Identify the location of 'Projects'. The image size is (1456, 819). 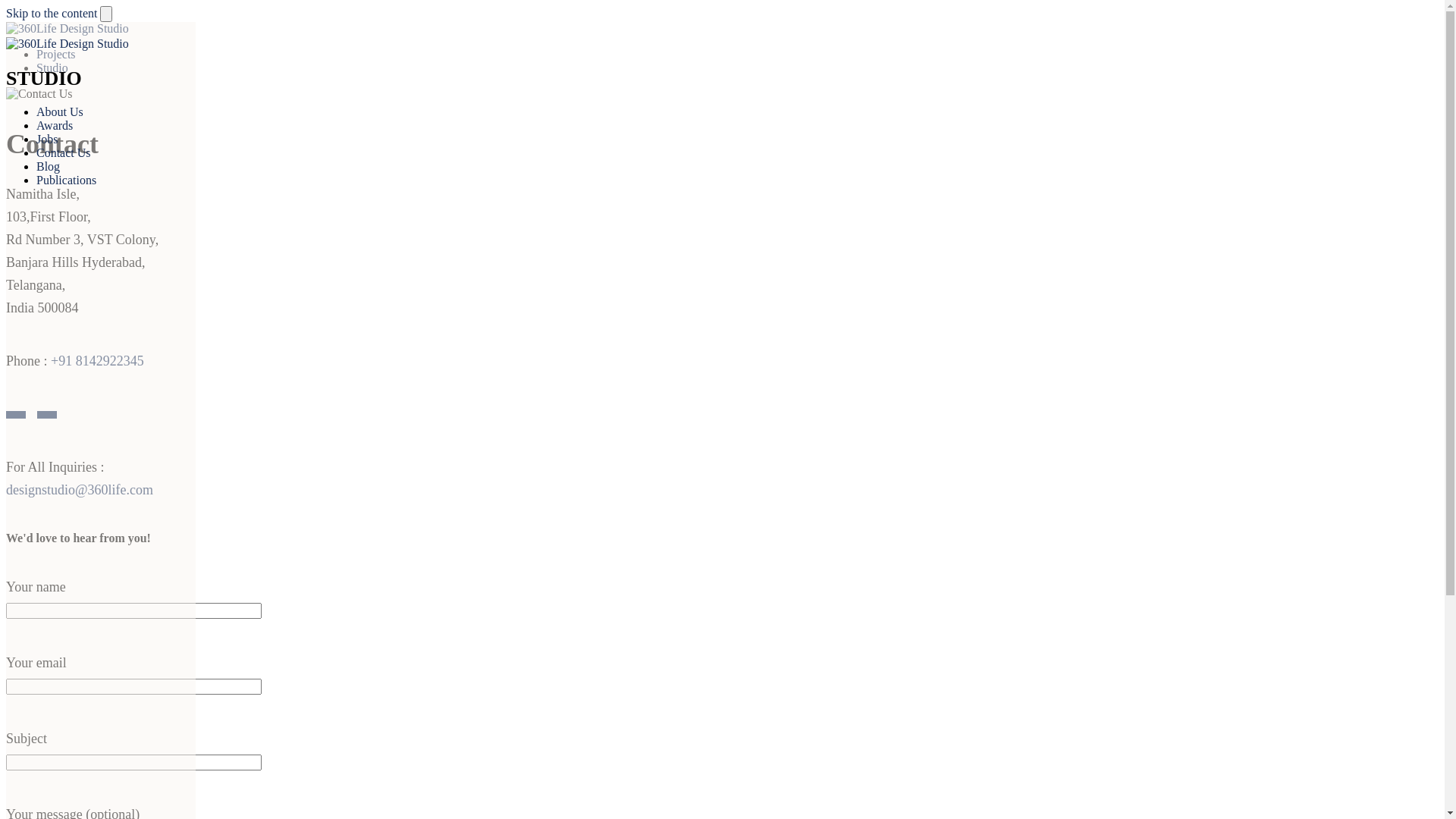
(36, 53).